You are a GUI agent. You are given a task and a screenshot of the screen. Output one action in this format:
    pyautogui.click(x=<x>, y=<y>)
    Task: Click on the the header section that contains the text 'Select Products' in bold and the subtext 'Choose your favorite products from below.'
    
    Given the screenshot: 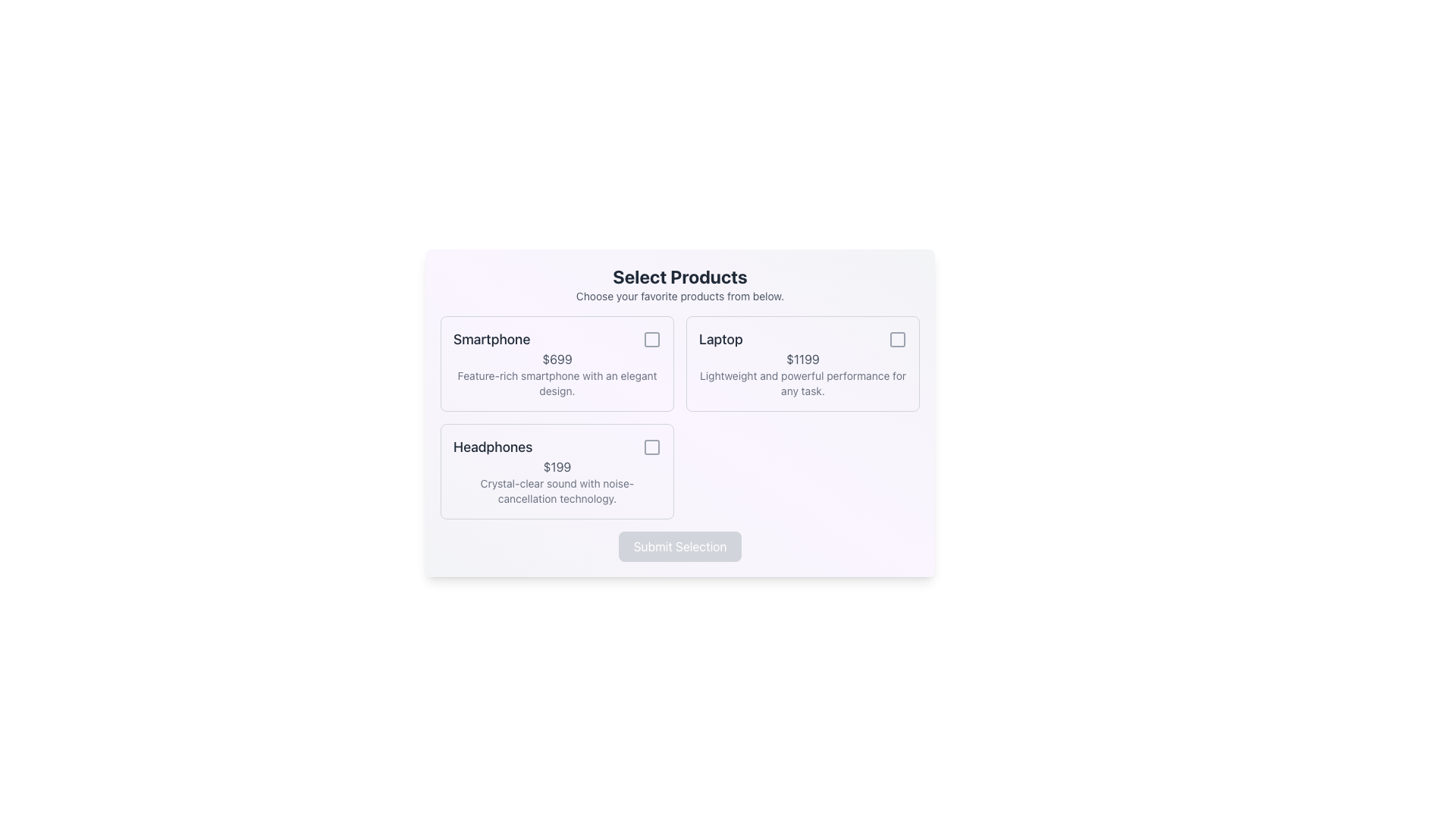 What is the action you would take?
    pyautogui.click(x=679, y=284)
    